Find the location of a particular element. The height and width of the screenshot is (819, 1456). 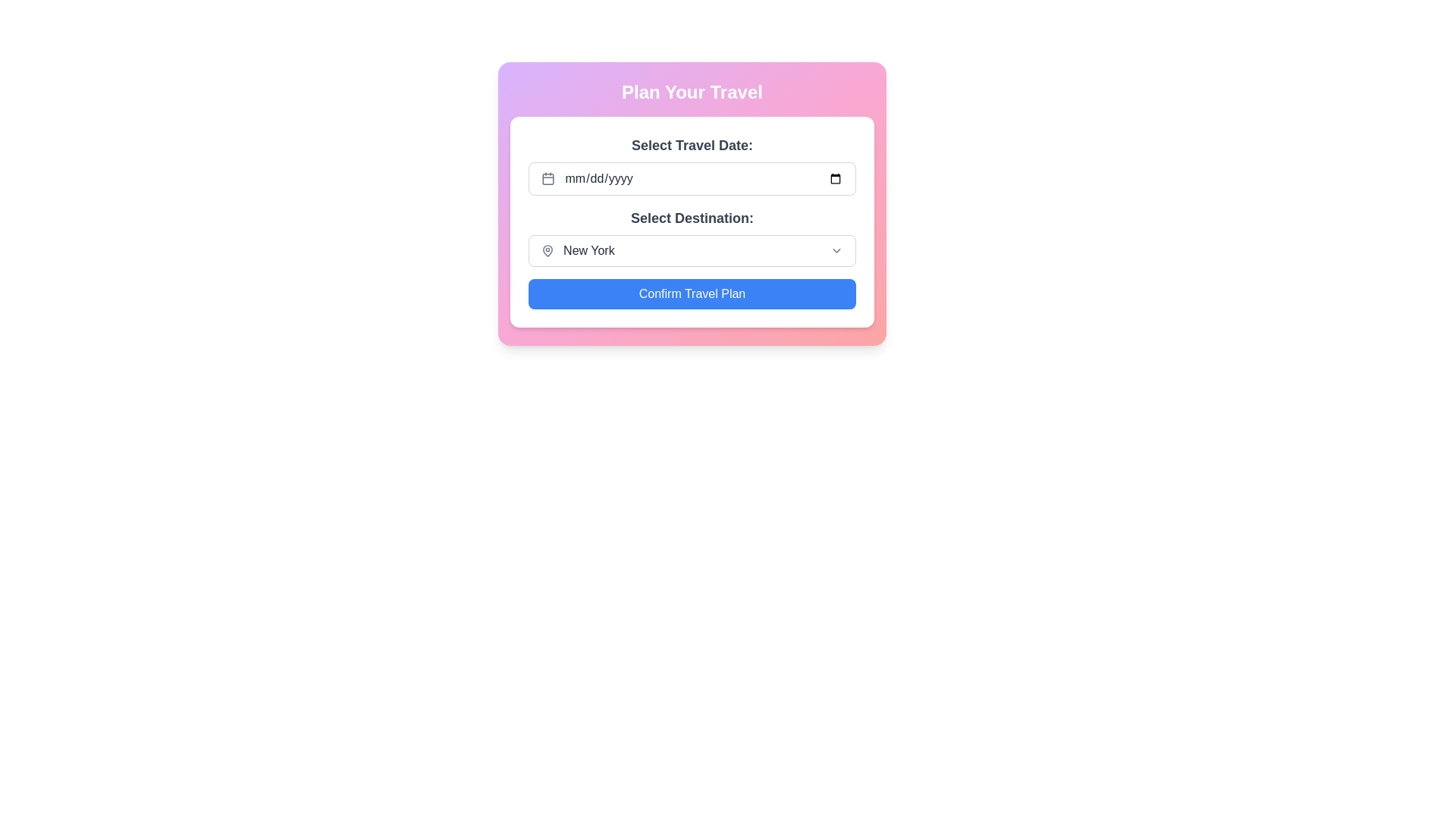

the Dropdown menu input field labeled 'Select Destination' is located at coordinates (691, 250).